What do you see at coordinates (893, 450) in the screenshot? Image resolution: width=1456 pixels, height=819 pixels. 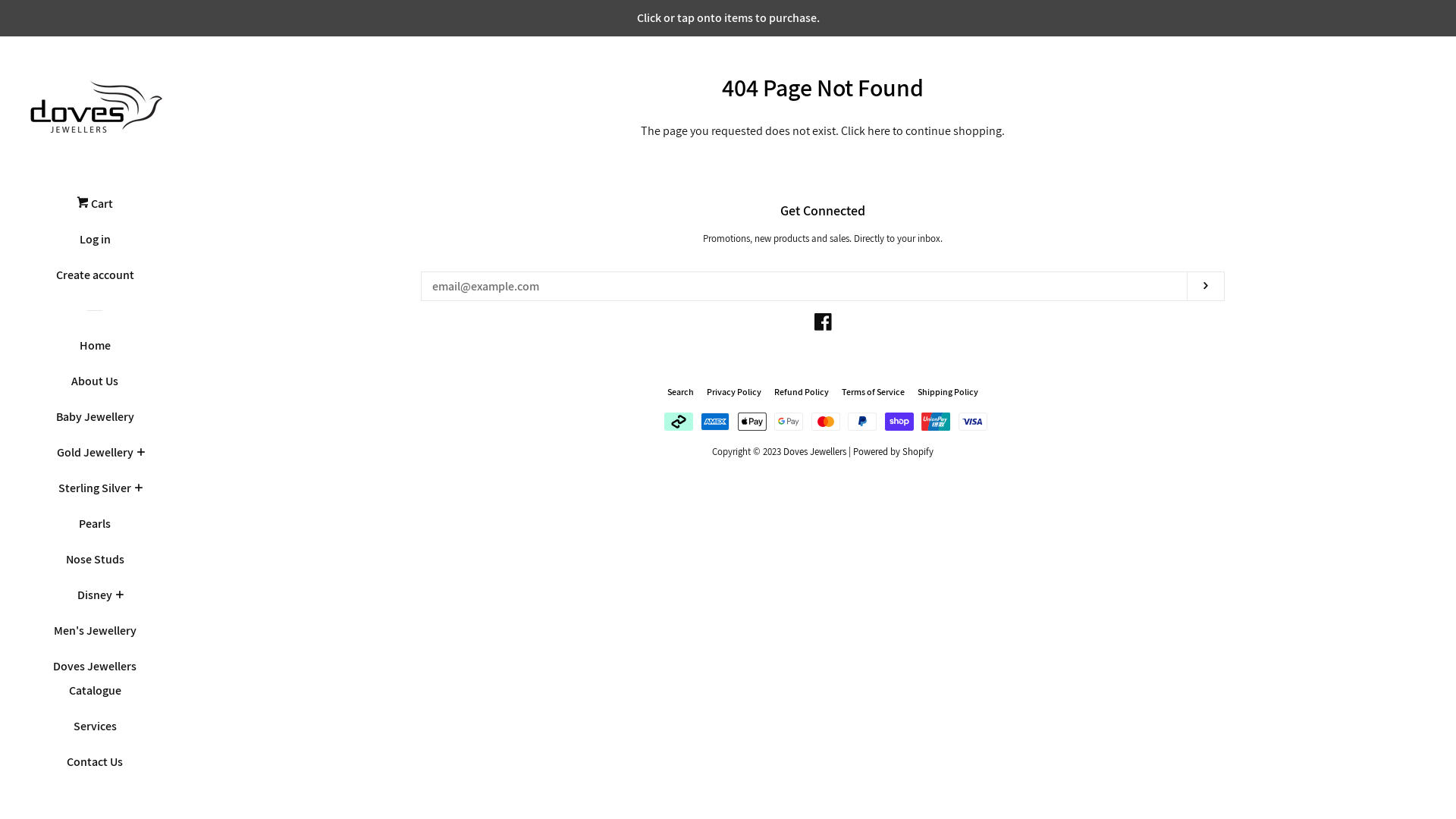 I see `'Powered by Shopify'` at bounding box center [893, 450].